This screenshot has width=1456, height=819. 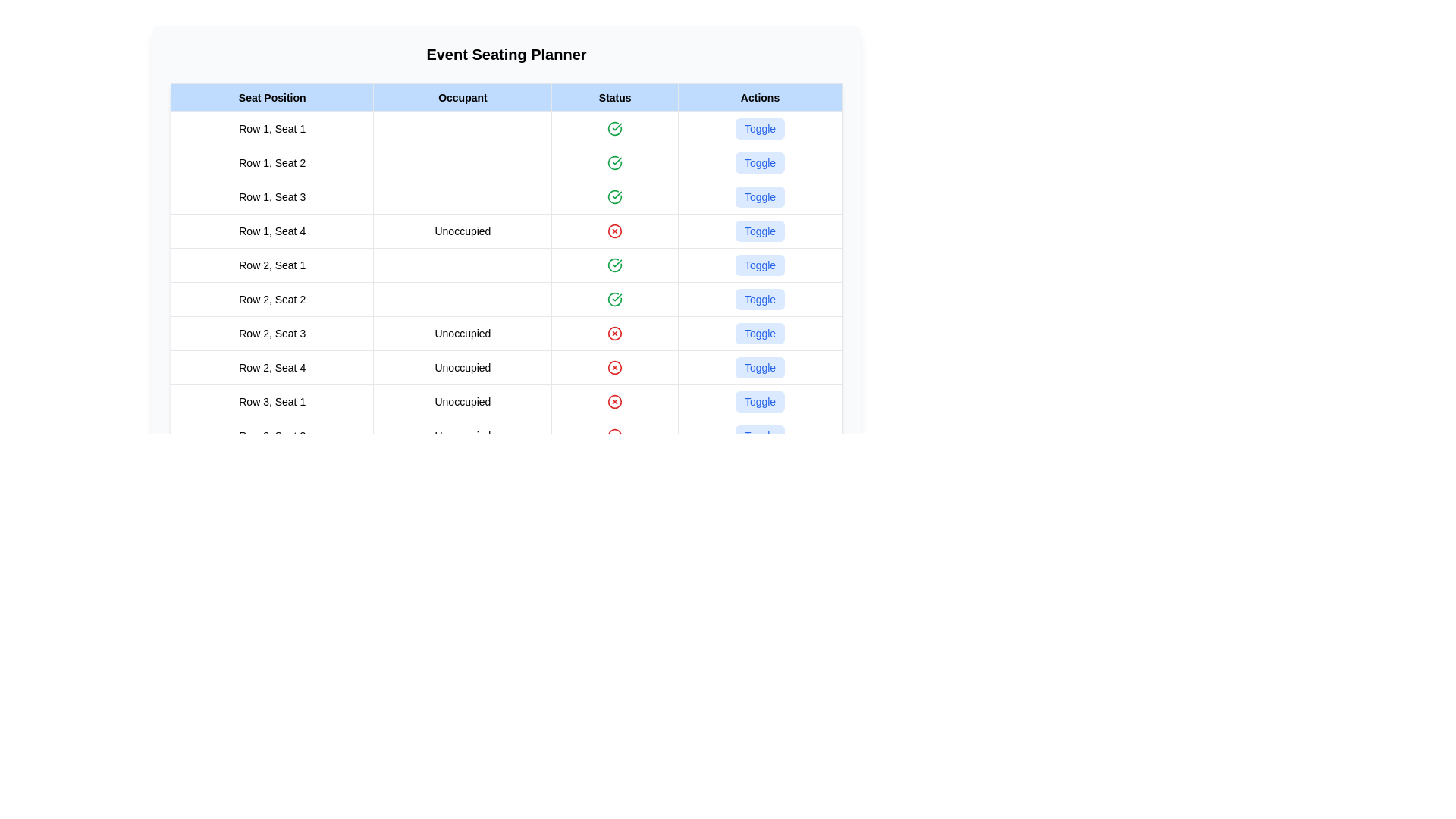 I want to click on the button, so click(x=760, y=332).